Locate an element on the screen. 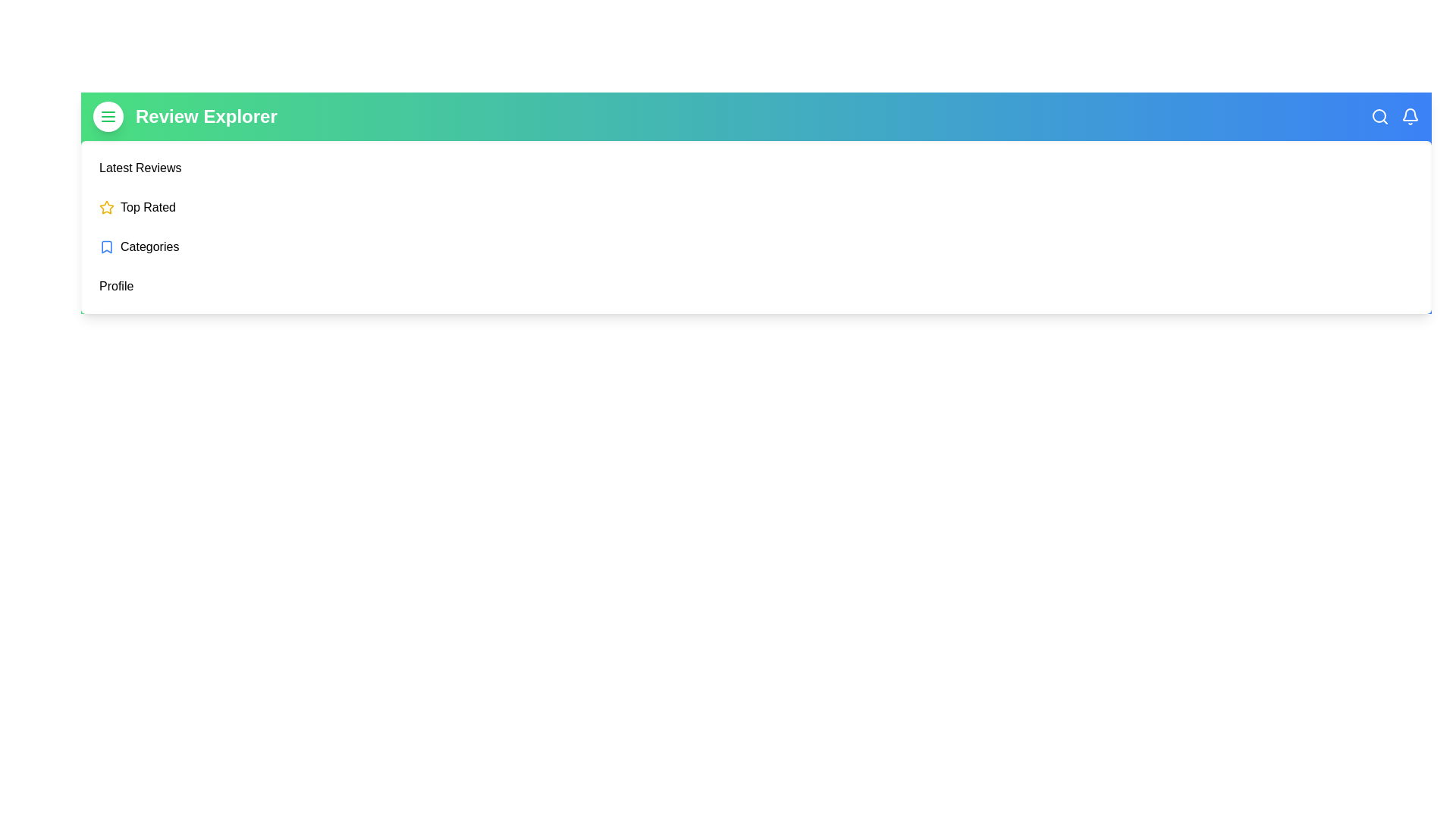 Image resolution: width=1456 pixels, height=819 pixels. the notification icon to interact with it is located at coordinates (1410, 116).